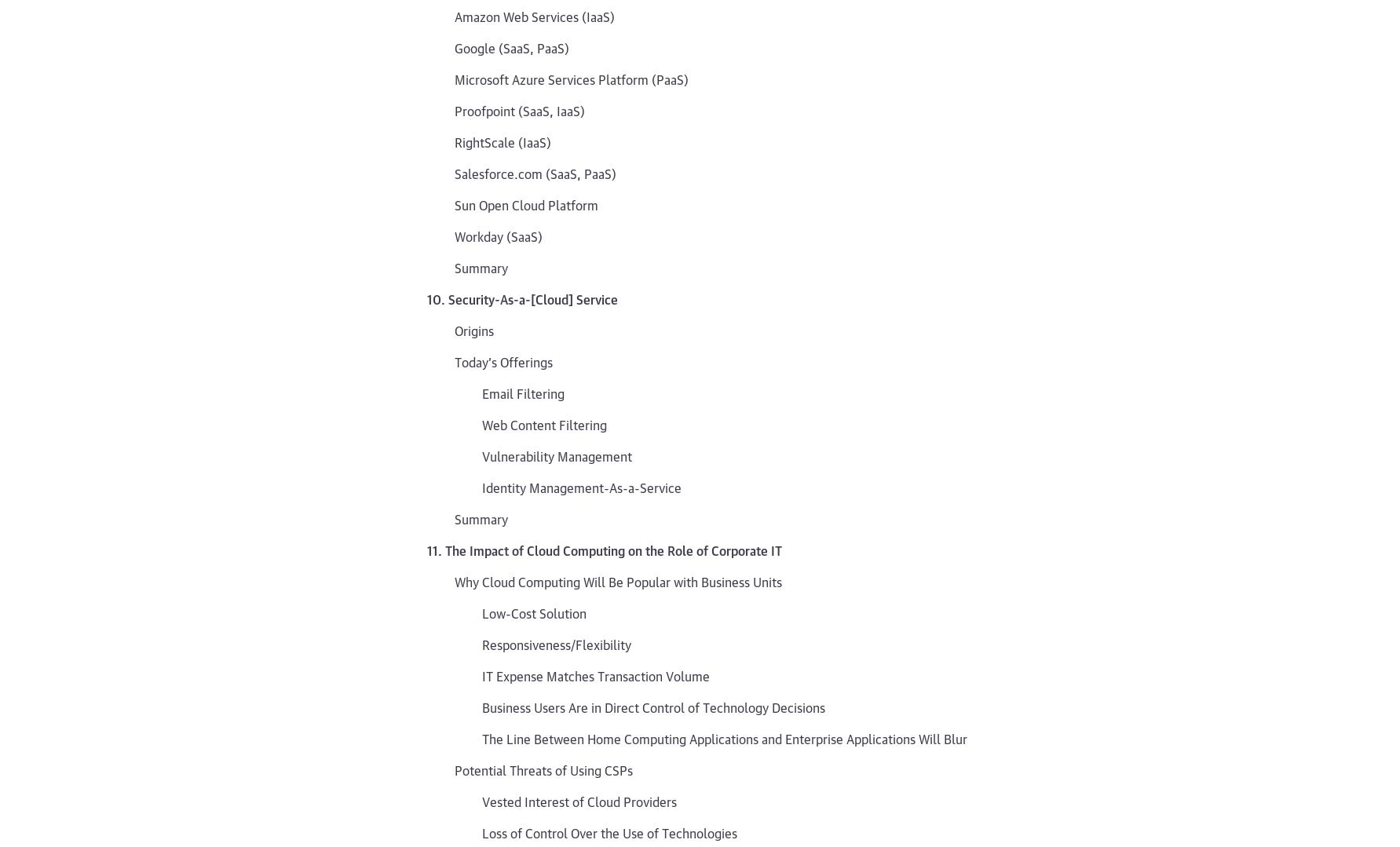  Describe the element at coordinates (512, 46) in the screenshot. I see `'Google (SaaS, PaaS)'` at that location.